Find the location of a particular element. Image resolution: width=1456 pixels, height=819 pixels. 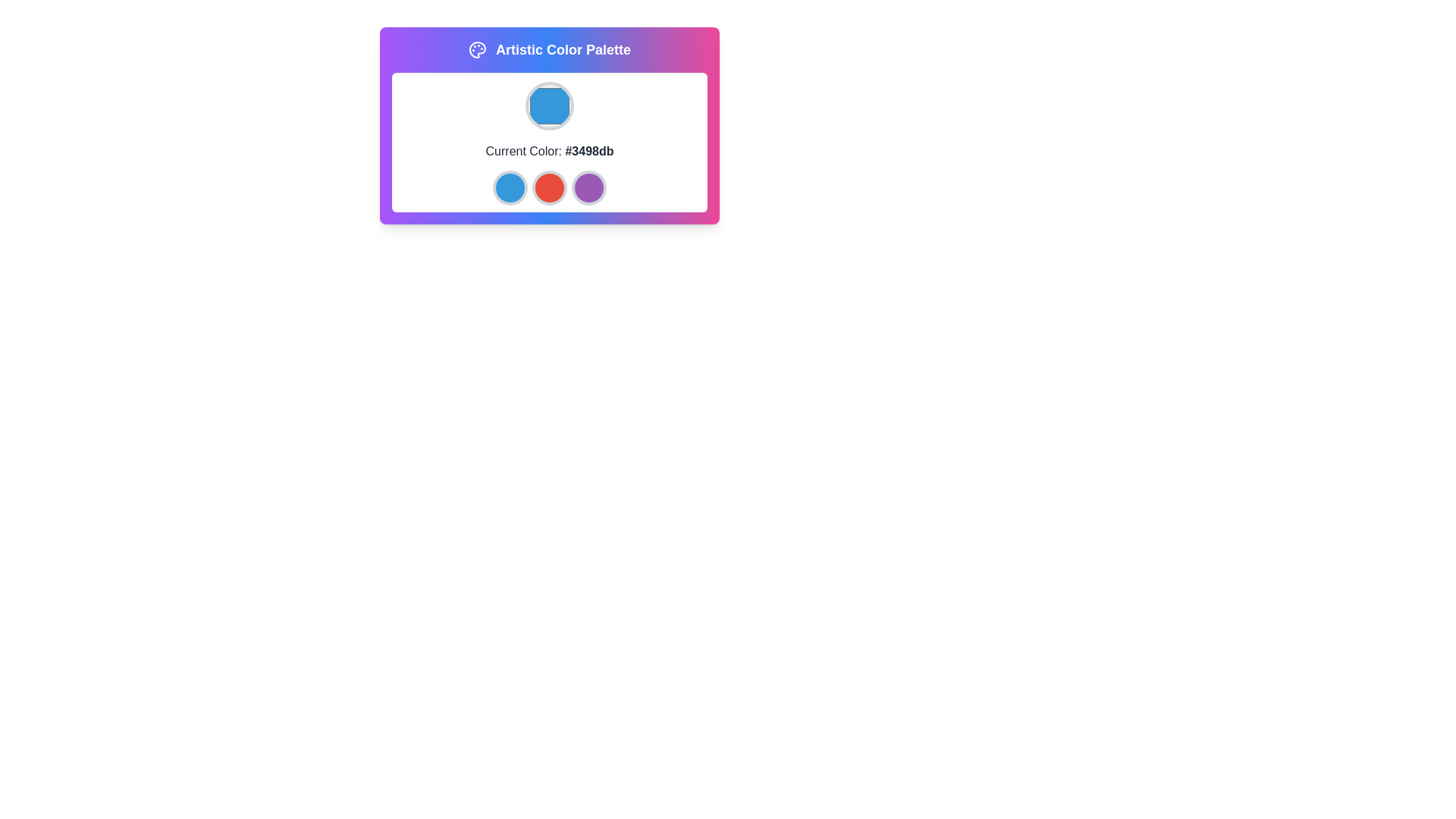

the leftmost circular button with a blue fill and gray border is located at coordinates (510, 187).